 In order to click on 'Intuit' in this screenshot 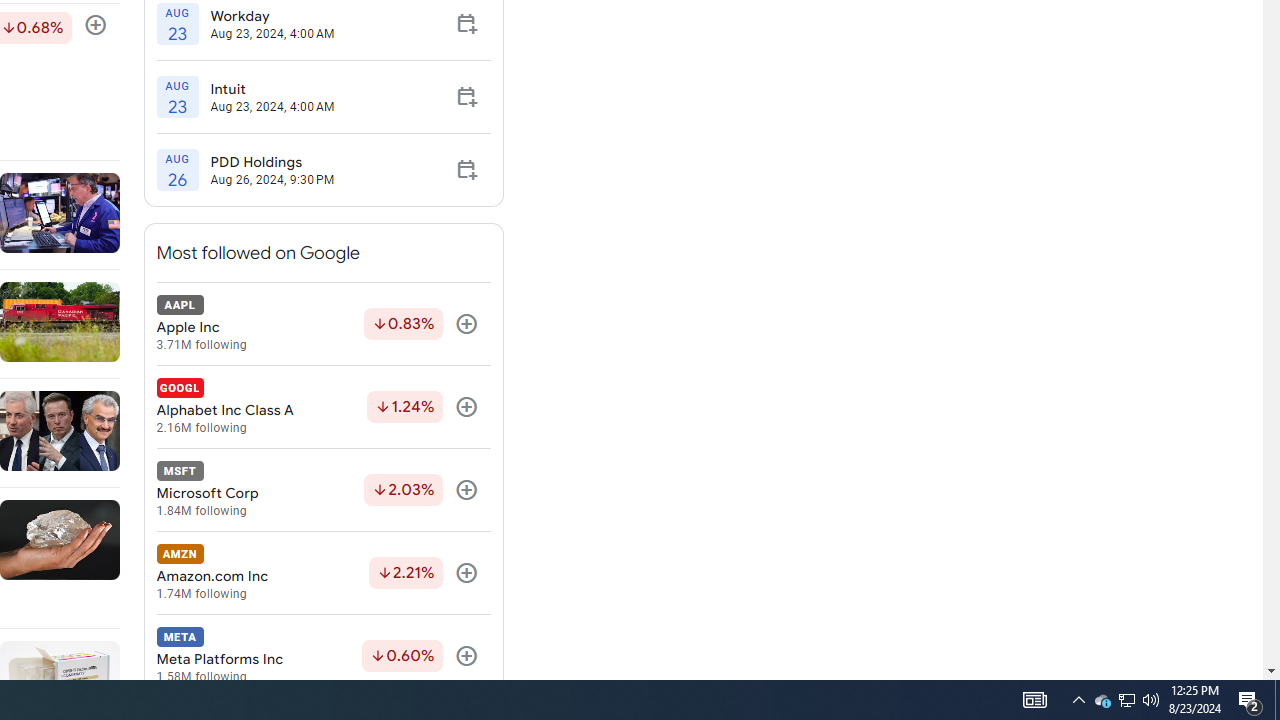, I will do `click(271, 88)`.